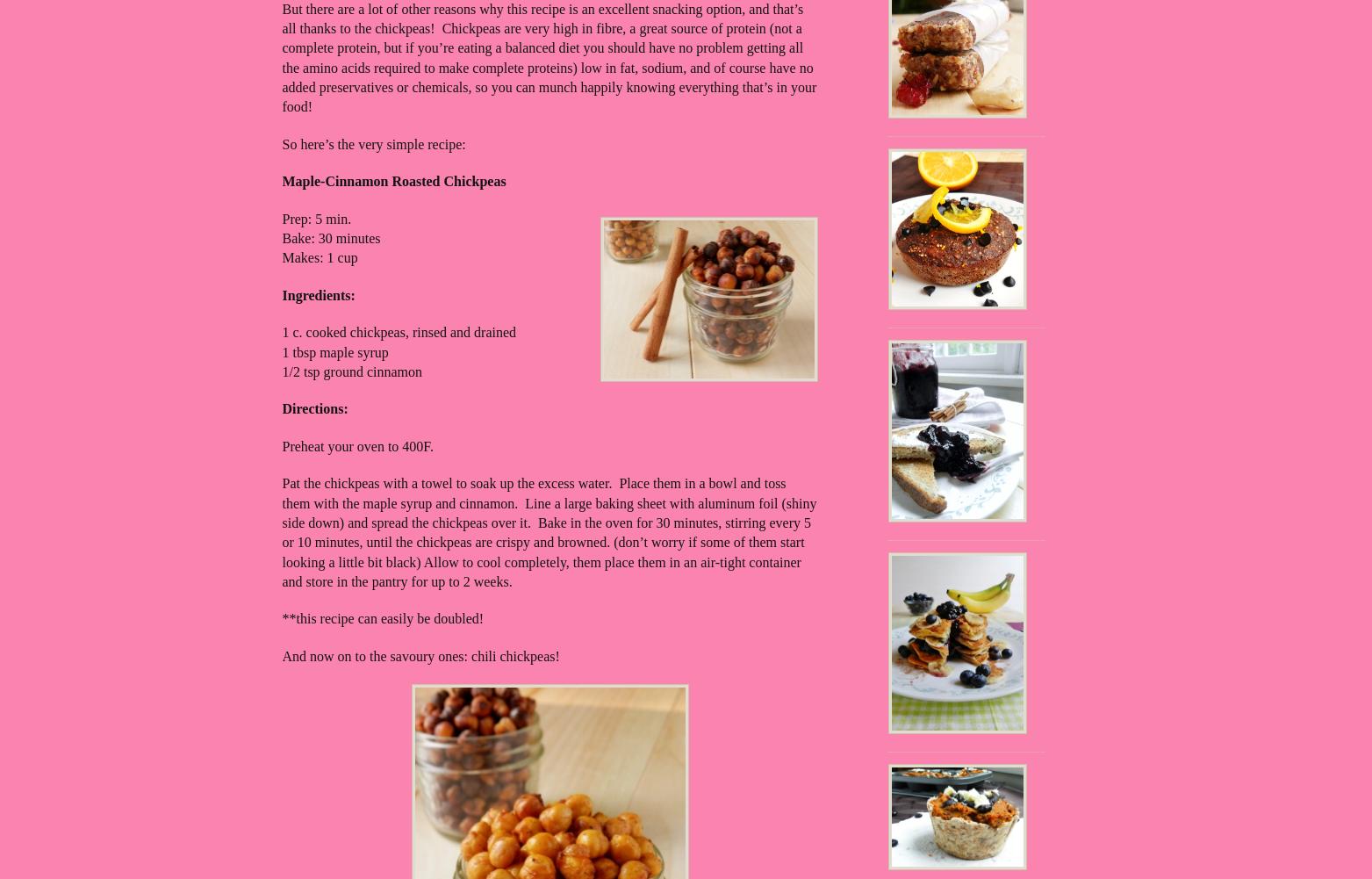 This screenshot has width=1372, height=879. Describe the element at coordinates (314, 408) in the screenshot. I see `'Directions:'` at that location.